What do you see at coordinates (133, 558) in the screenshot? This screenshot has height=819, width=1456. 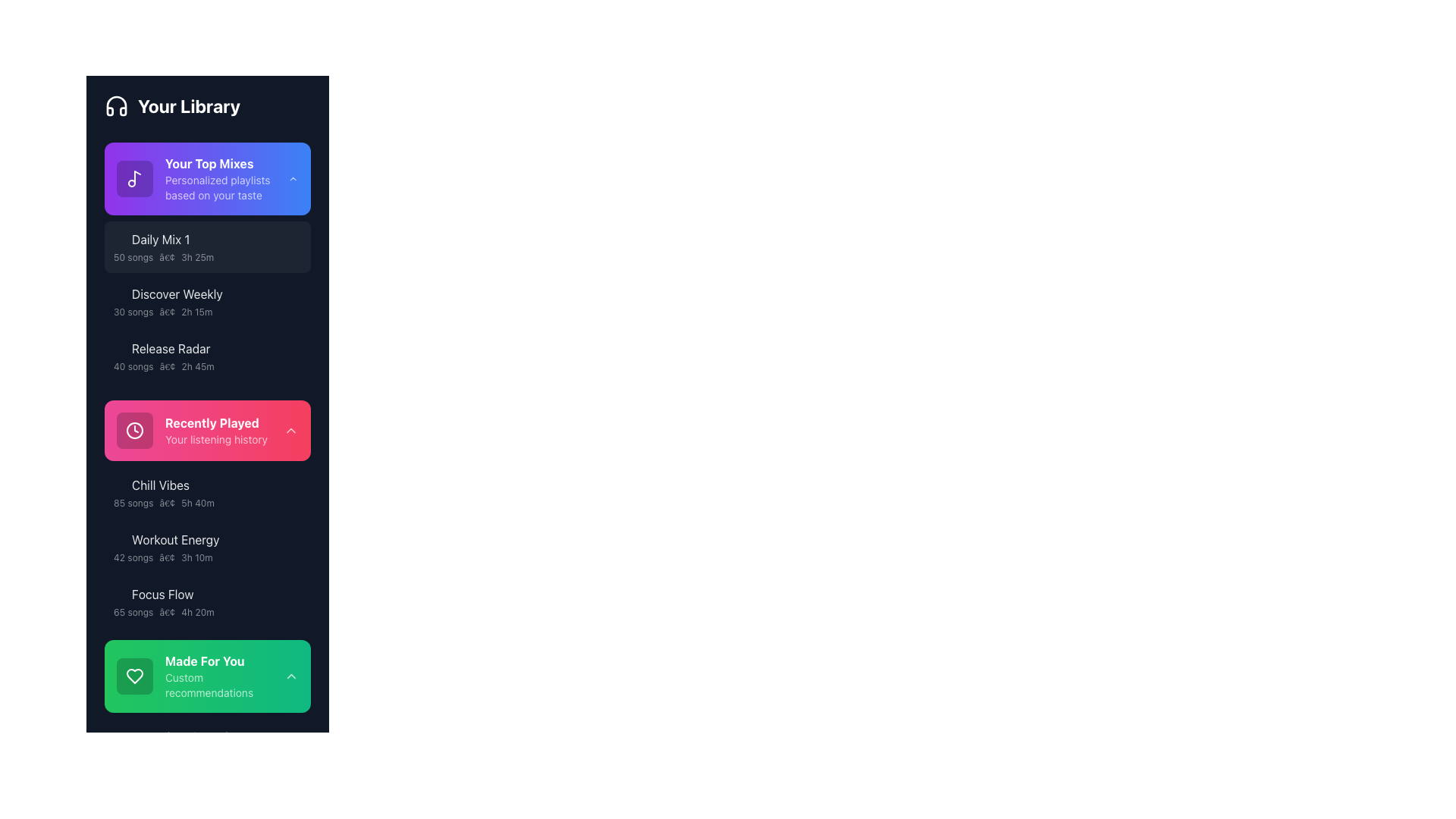 I see `the Text Label displaying '42 songs', which is a small white text with reduced opacity located below the 'Workout Energy' main entry` at bounding box center [133, 558].